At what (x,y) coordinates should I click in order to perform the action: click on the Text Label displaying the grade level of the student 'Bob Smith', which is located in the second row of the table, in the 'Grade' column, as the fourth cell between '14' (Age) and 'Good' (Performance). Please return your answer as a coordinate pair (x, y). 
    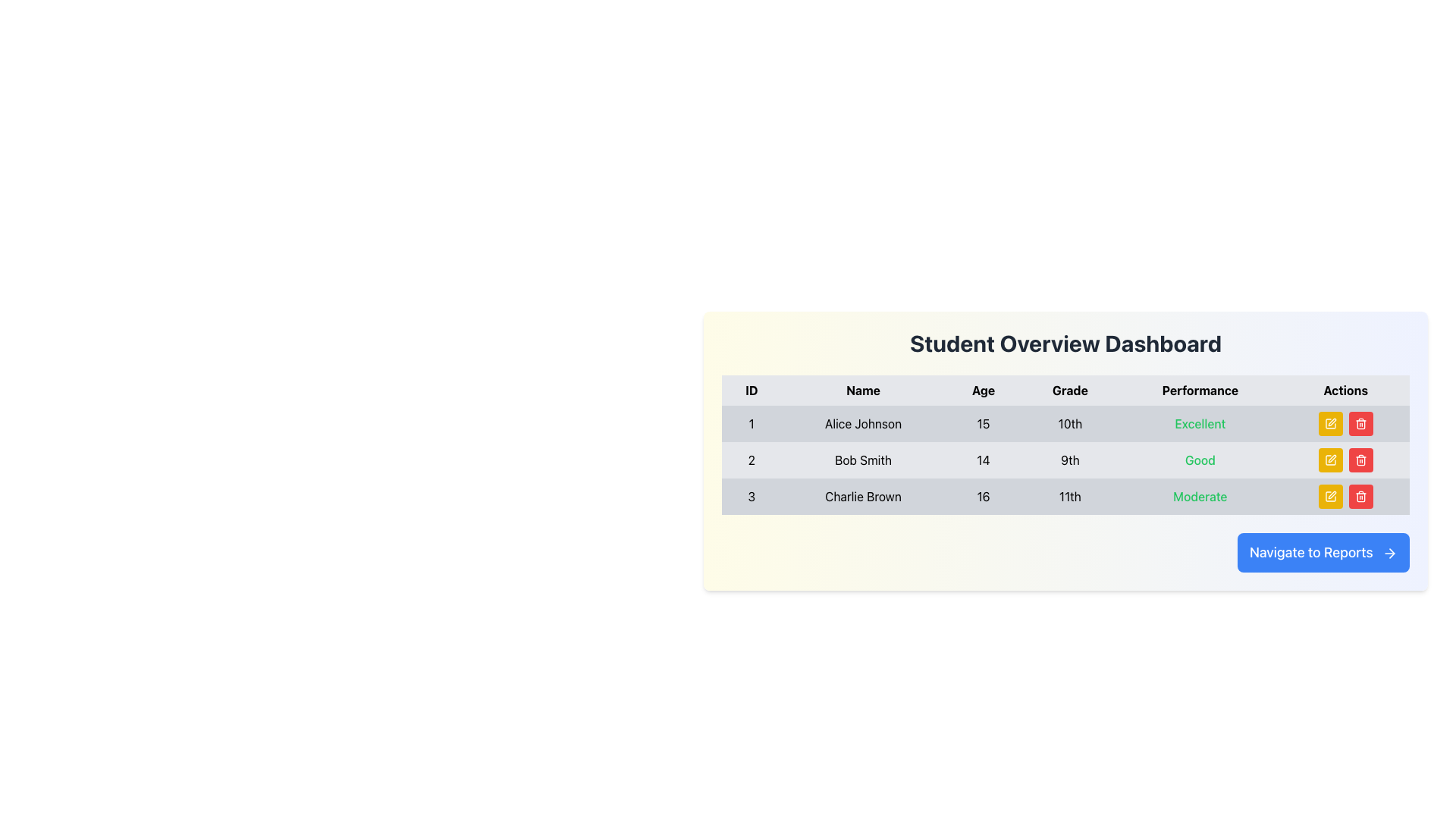
    Looking at the image, I should click on (1069, 459).